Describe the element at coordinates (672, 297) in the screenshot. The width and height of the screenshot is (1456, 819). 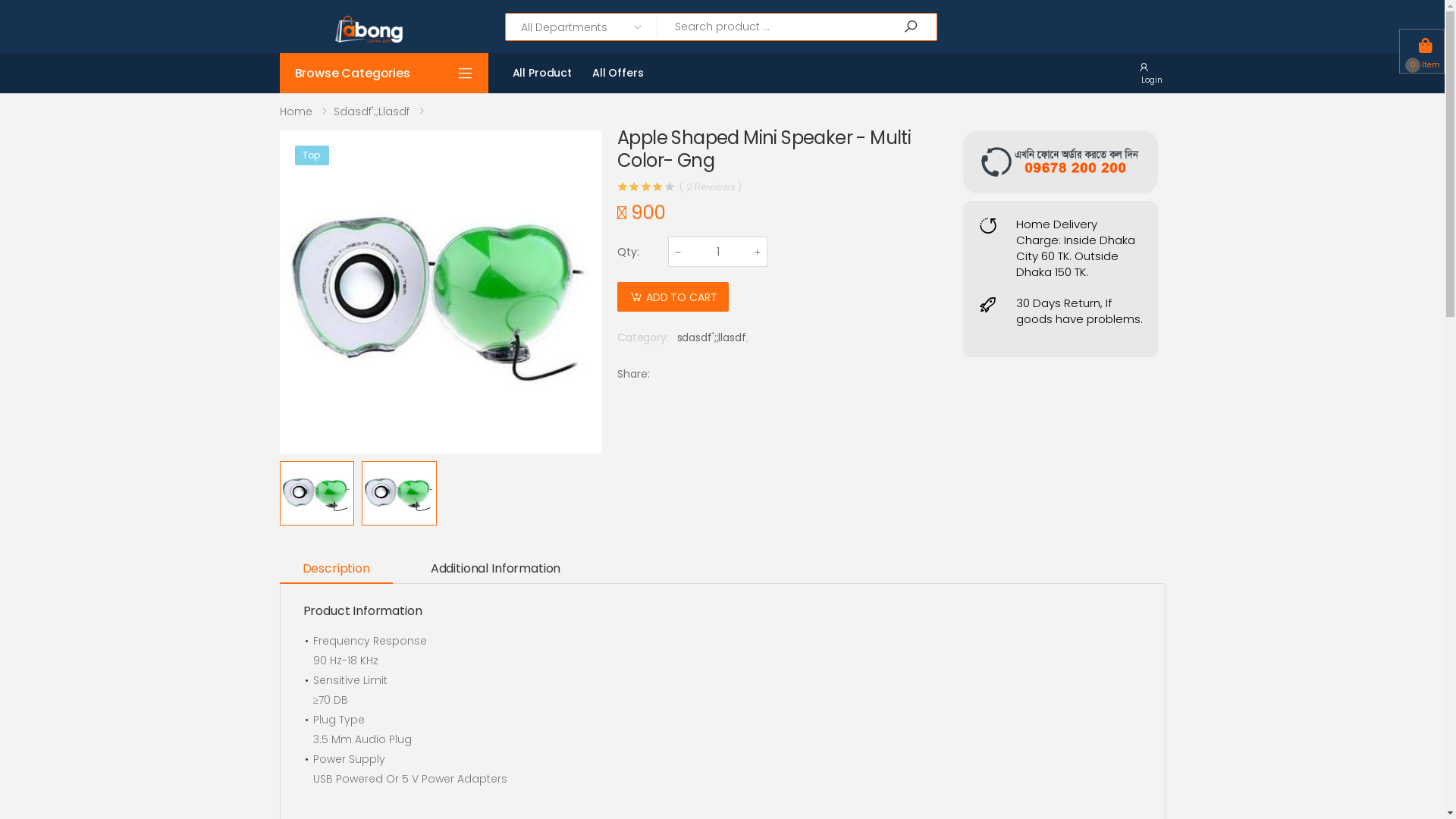
I see `'ADD TO CART'` at that location.